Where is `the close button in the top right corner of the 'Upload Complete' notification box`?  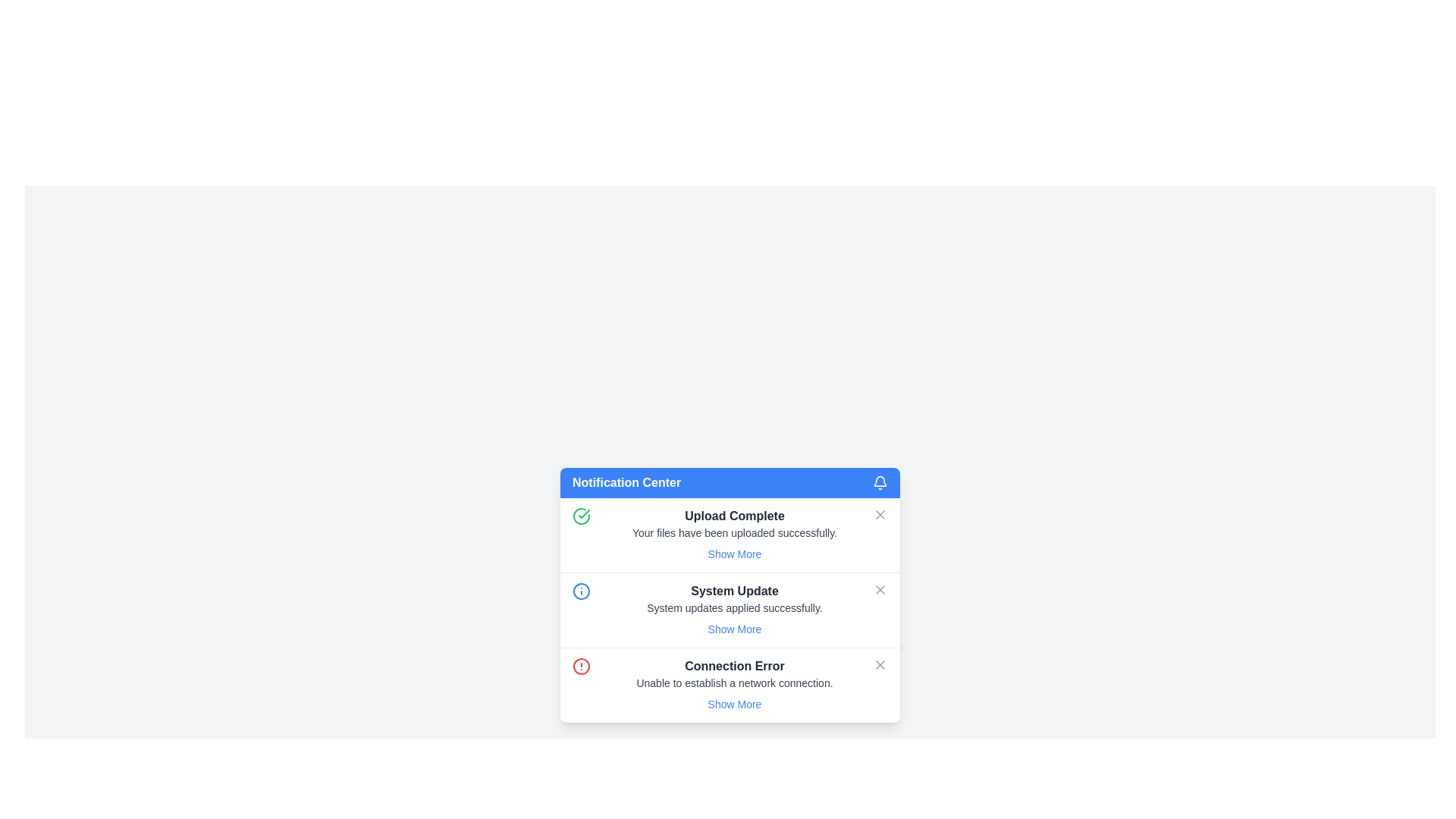
the close button in the top right corner of the 'Upload Complete' notification box is located at coordinates (880, 513).